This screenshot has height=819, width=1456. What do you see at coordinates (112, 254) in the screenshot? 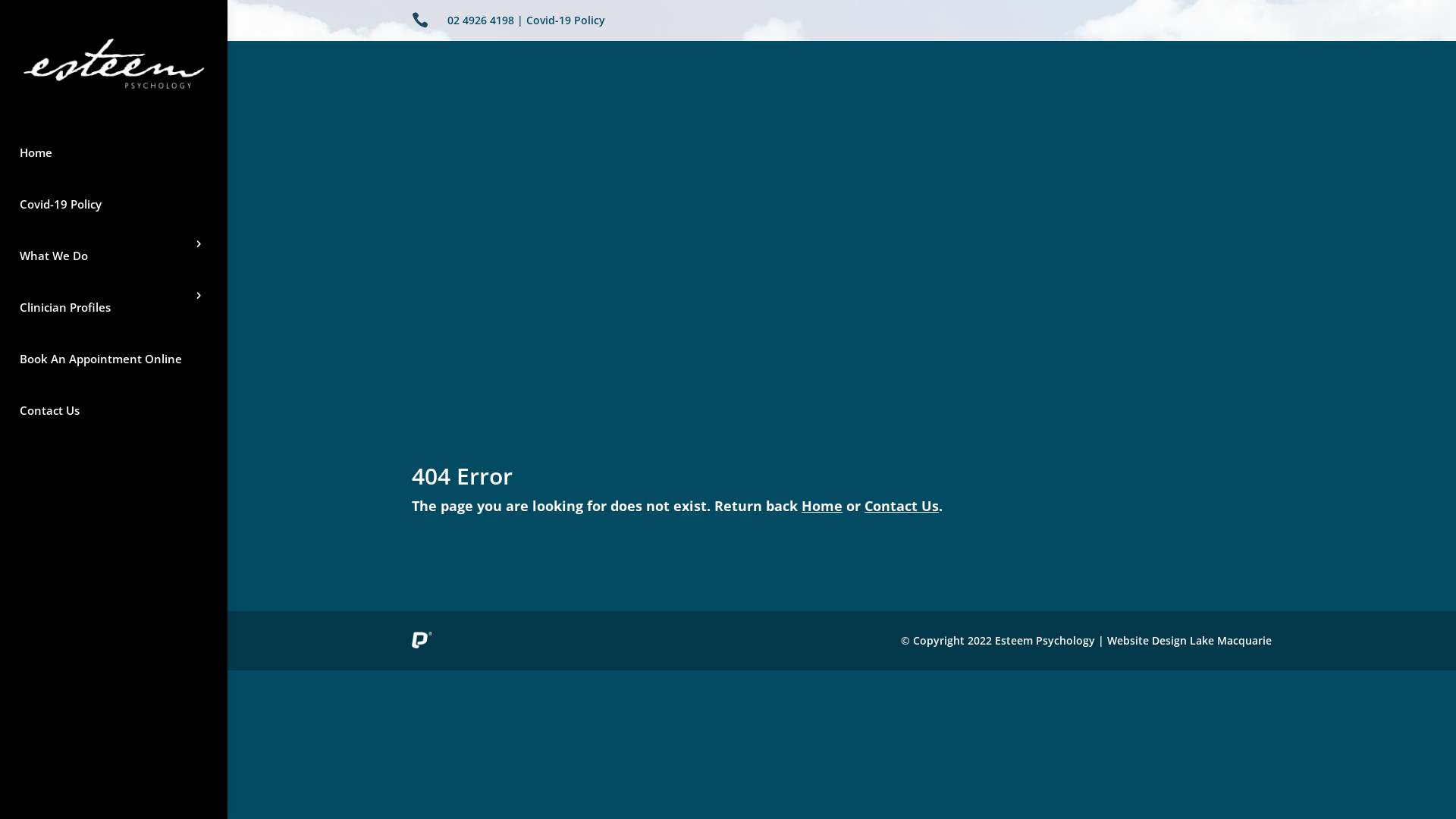
I see `'What We Do'` at bounding box center [112, 254].